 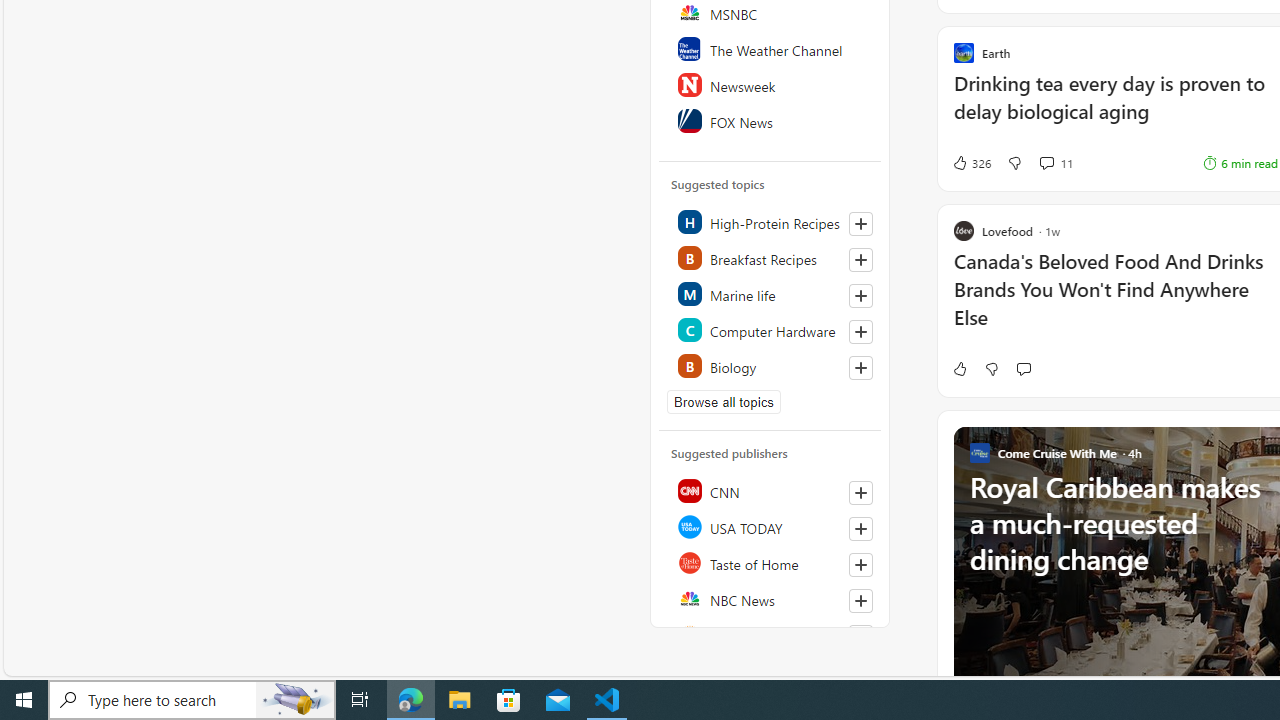 What do you see at coordinates (1055, 162) in the screenshot?
I see `'View comments 11 Comment'` at bounding box center [1055, 162].